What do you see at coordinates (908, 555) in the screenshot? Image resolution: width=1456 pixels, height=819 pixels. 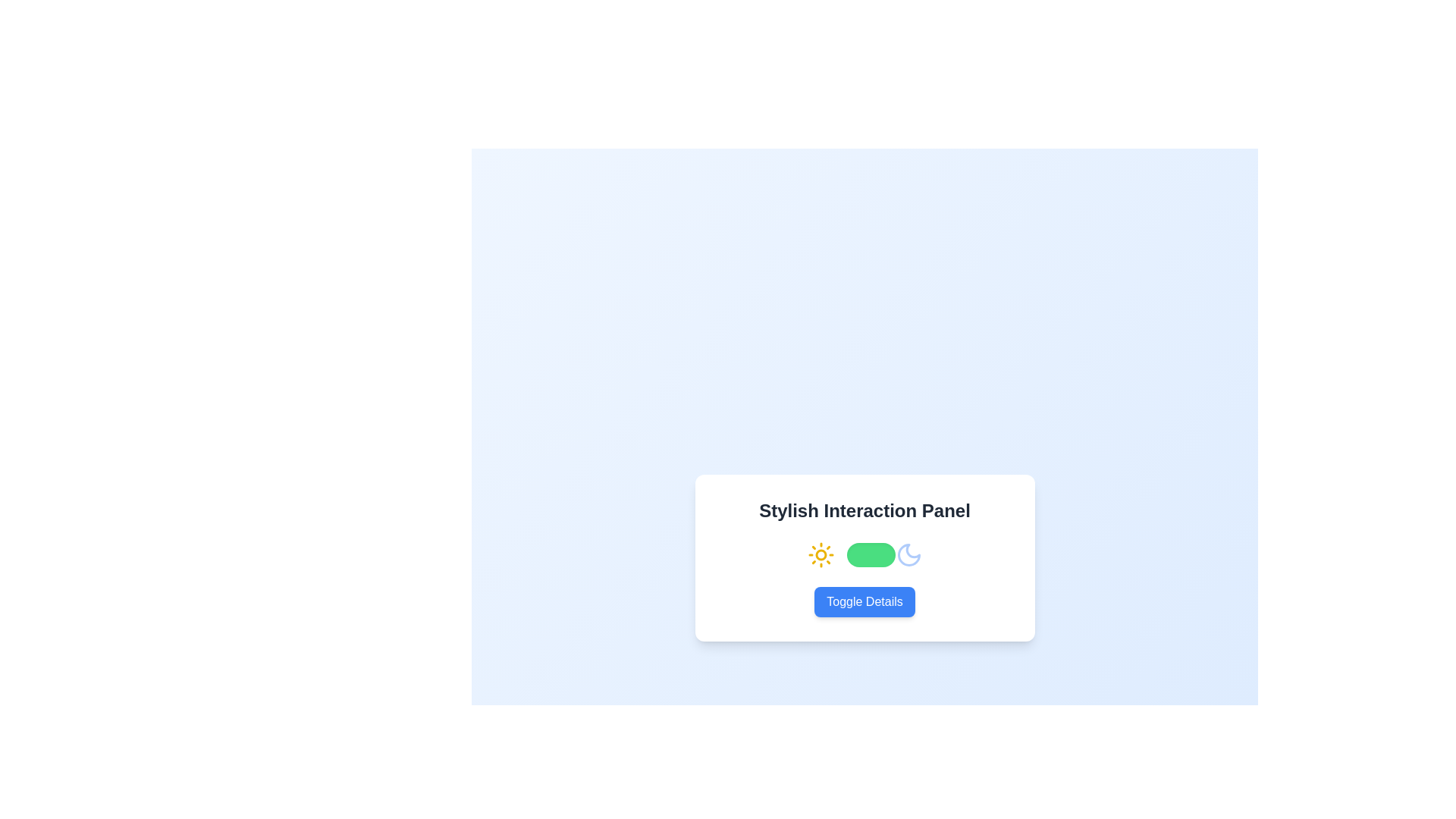 I see `the blue crescent moon icon located within the 'Stylish Interaction Panel', positioned to the right of a green toggle switch` at bounding box center [908, 555].